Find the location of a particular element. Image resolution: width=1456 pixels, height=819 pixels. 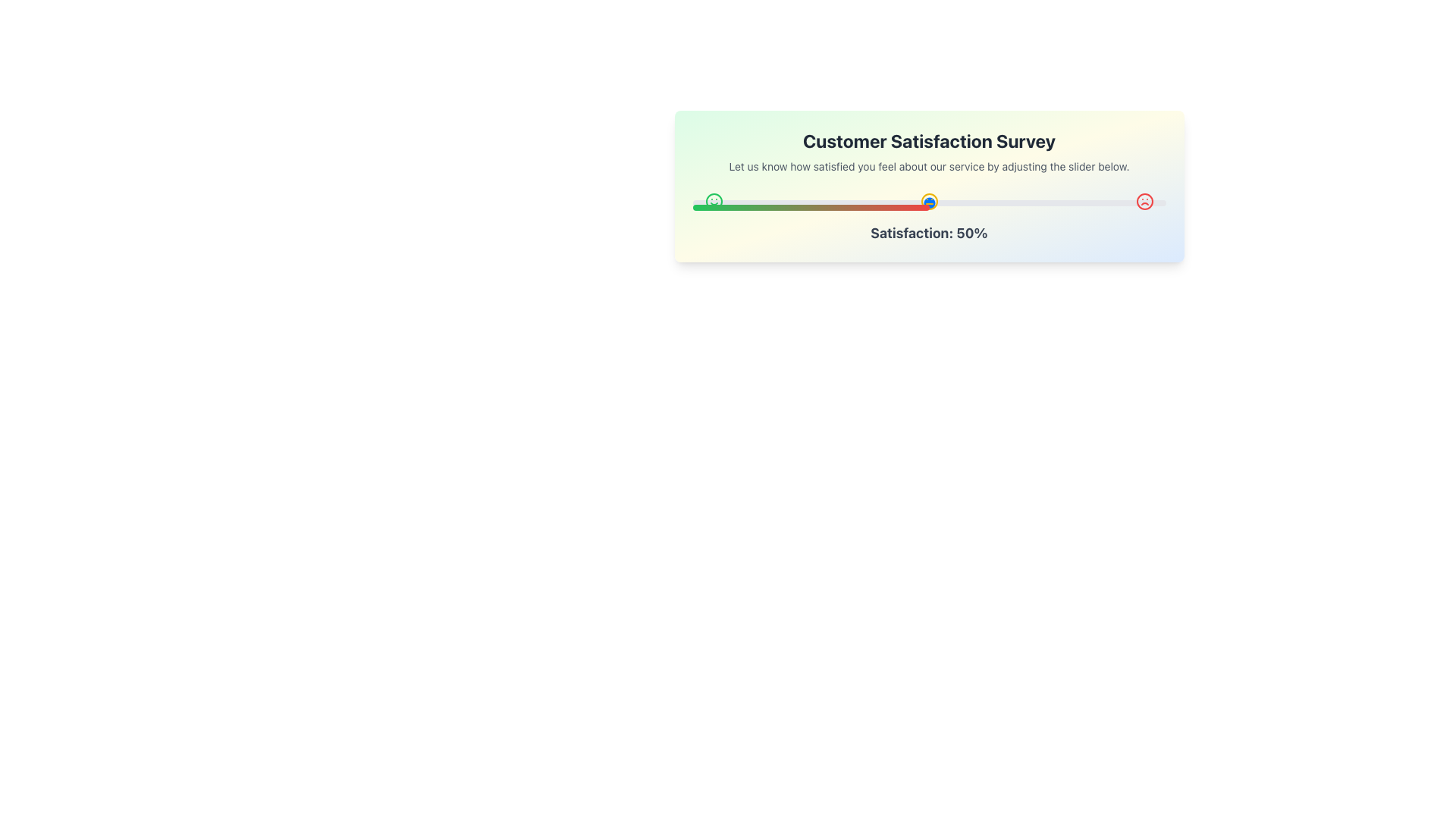

customer satisfaction level is located at coordinates (956, 202).